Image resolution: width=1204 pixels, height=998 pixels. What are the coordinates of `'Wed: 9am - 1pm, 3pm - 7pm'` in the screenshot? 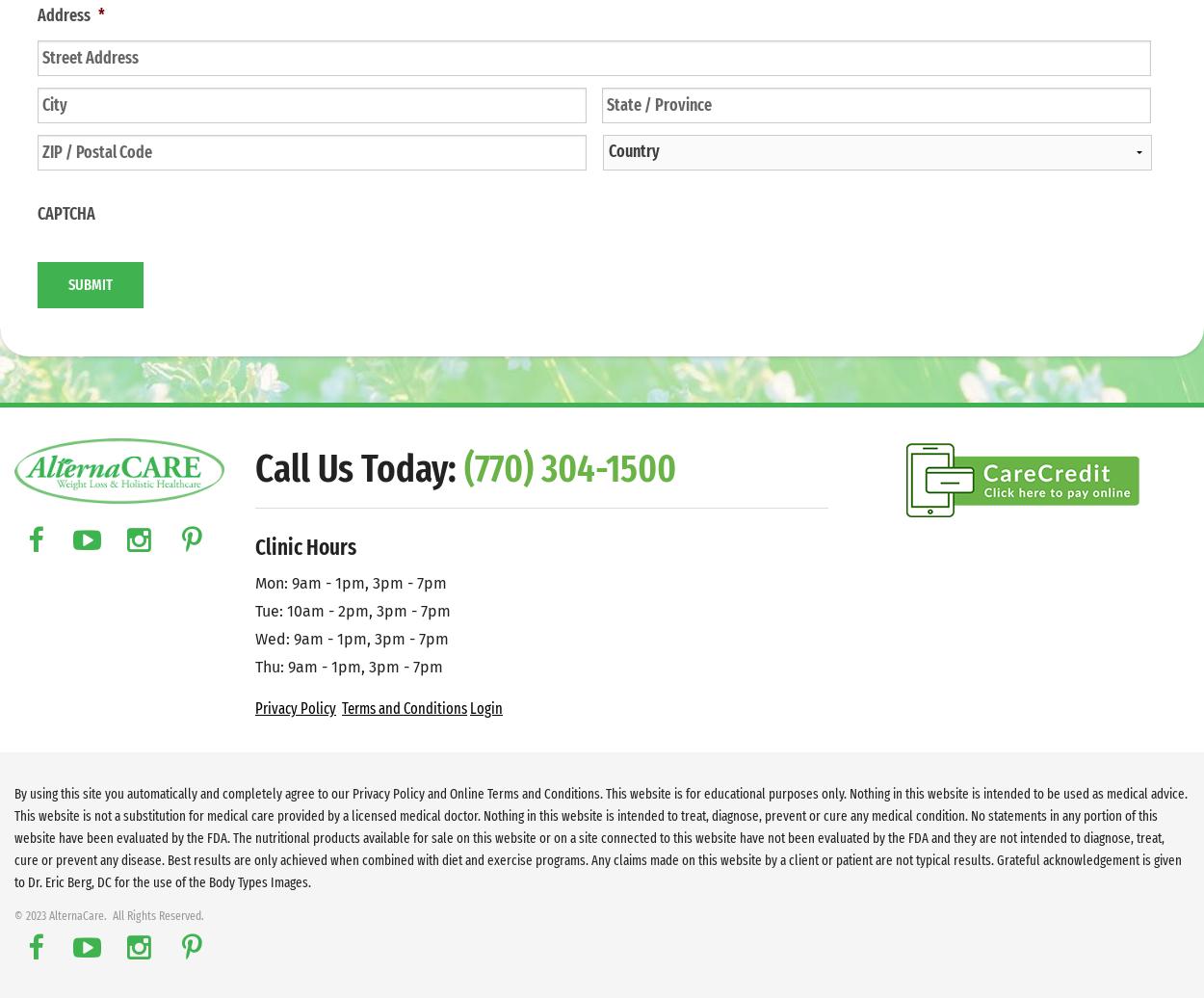 It's located at (255, 638).